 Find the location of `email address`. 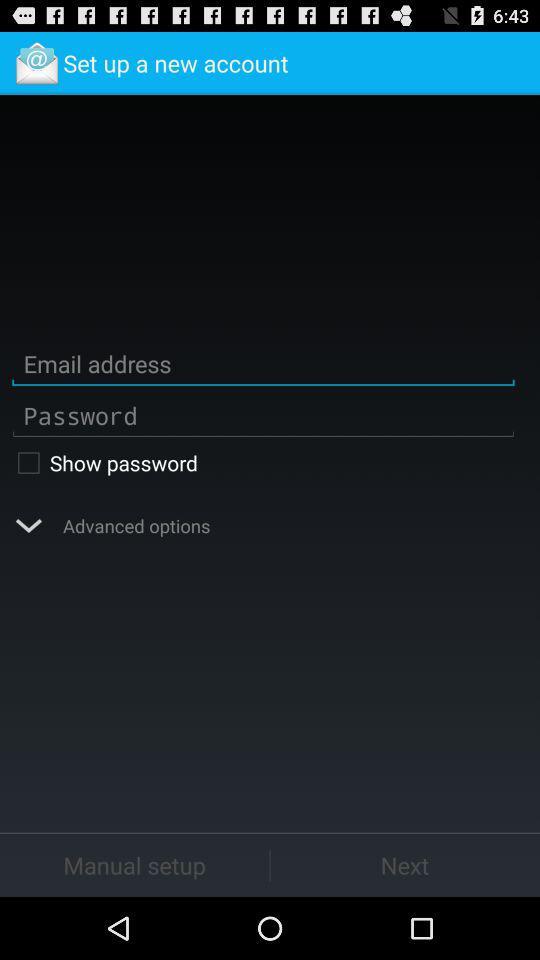

email address is located at coordinates (263, 363).